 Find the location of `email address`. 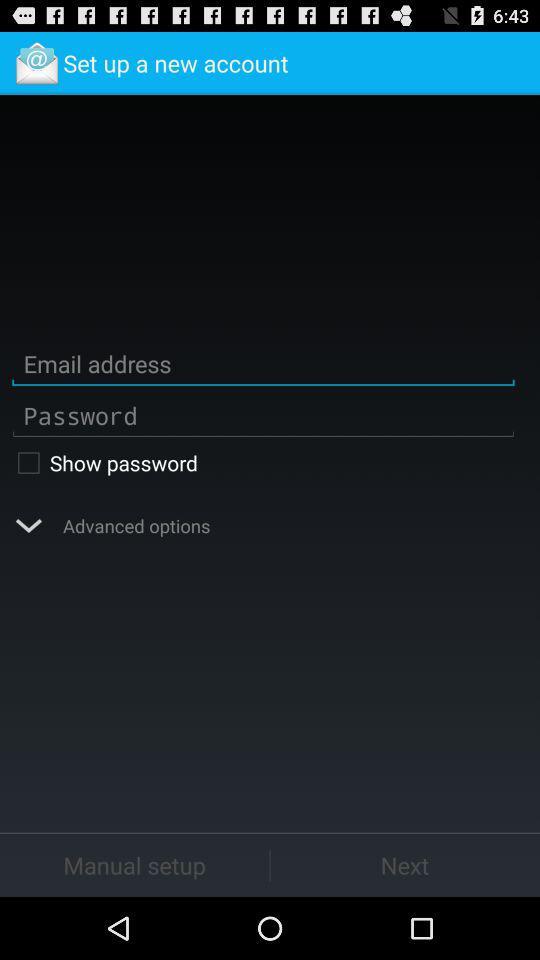

email address is located at coordinates (263, 363).